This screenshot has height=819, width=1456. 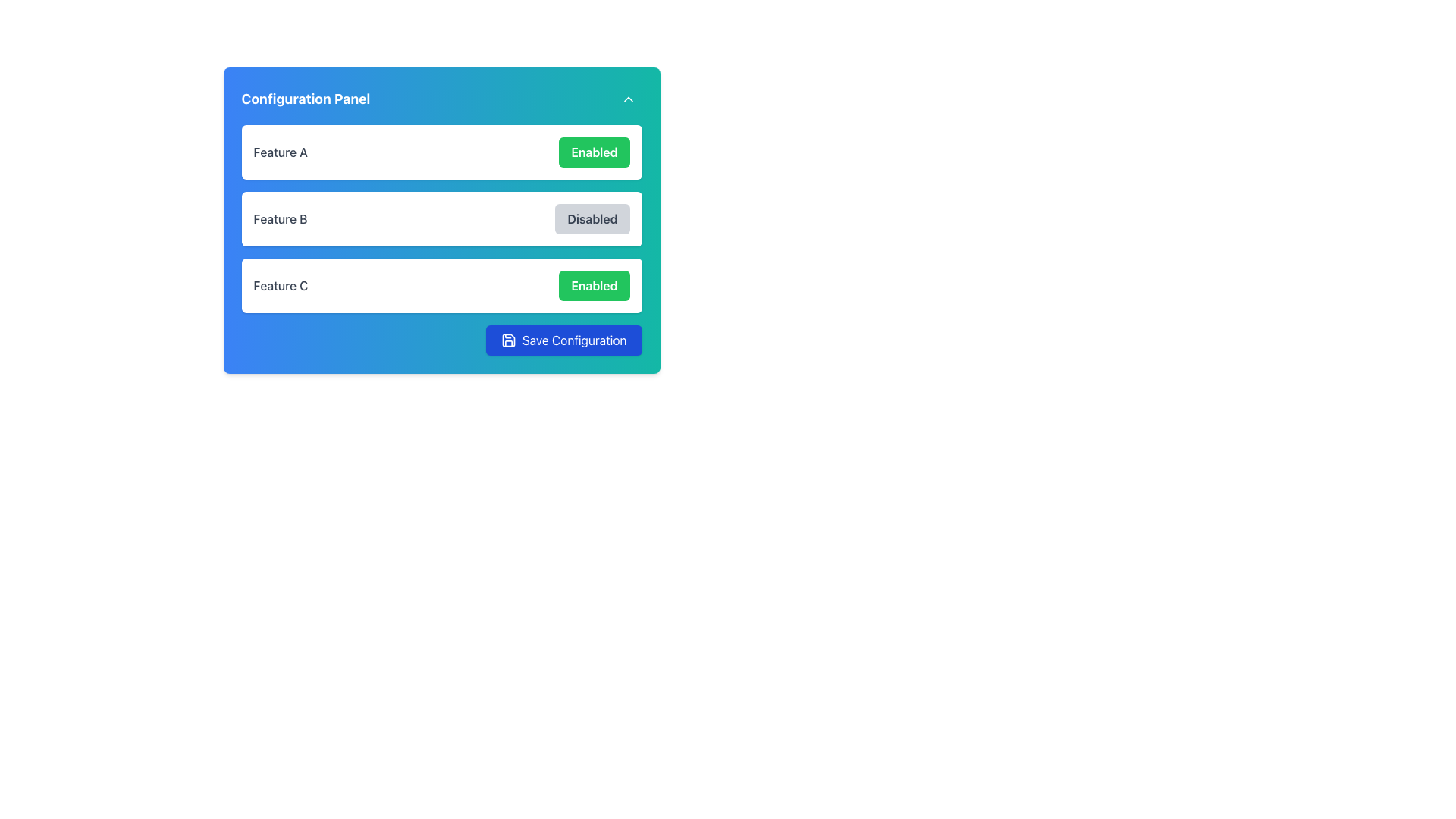 What do you see at coordinates (441, 152) in the screenshot?
I see `the Interactive status indicator for 'Feature A', which displays its status as 'Enabled' and allows toggling this status` at bounding box center [441, 152].